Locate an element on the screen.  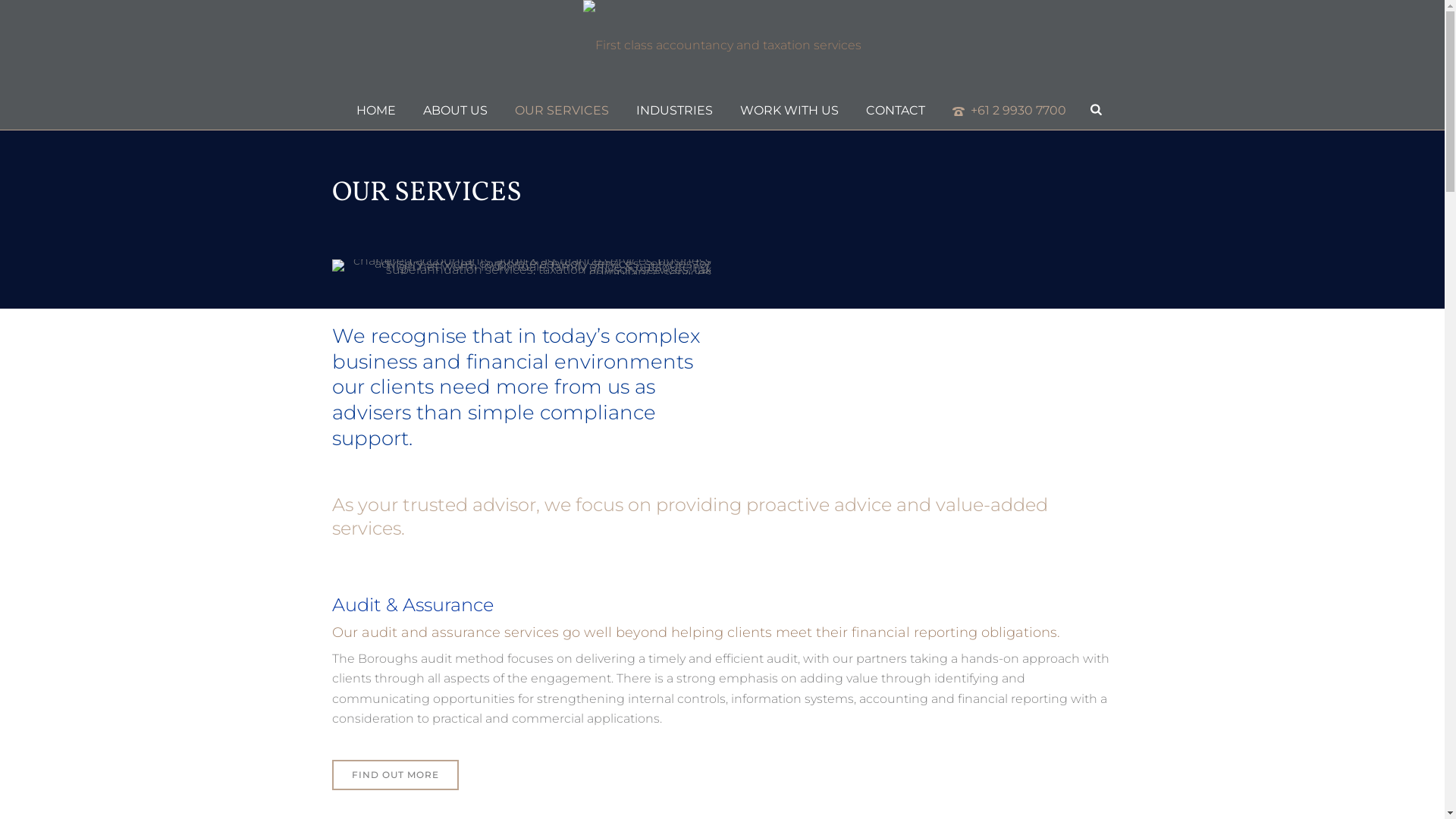
'WORK WITH US' is located at coordinates (789, 109).